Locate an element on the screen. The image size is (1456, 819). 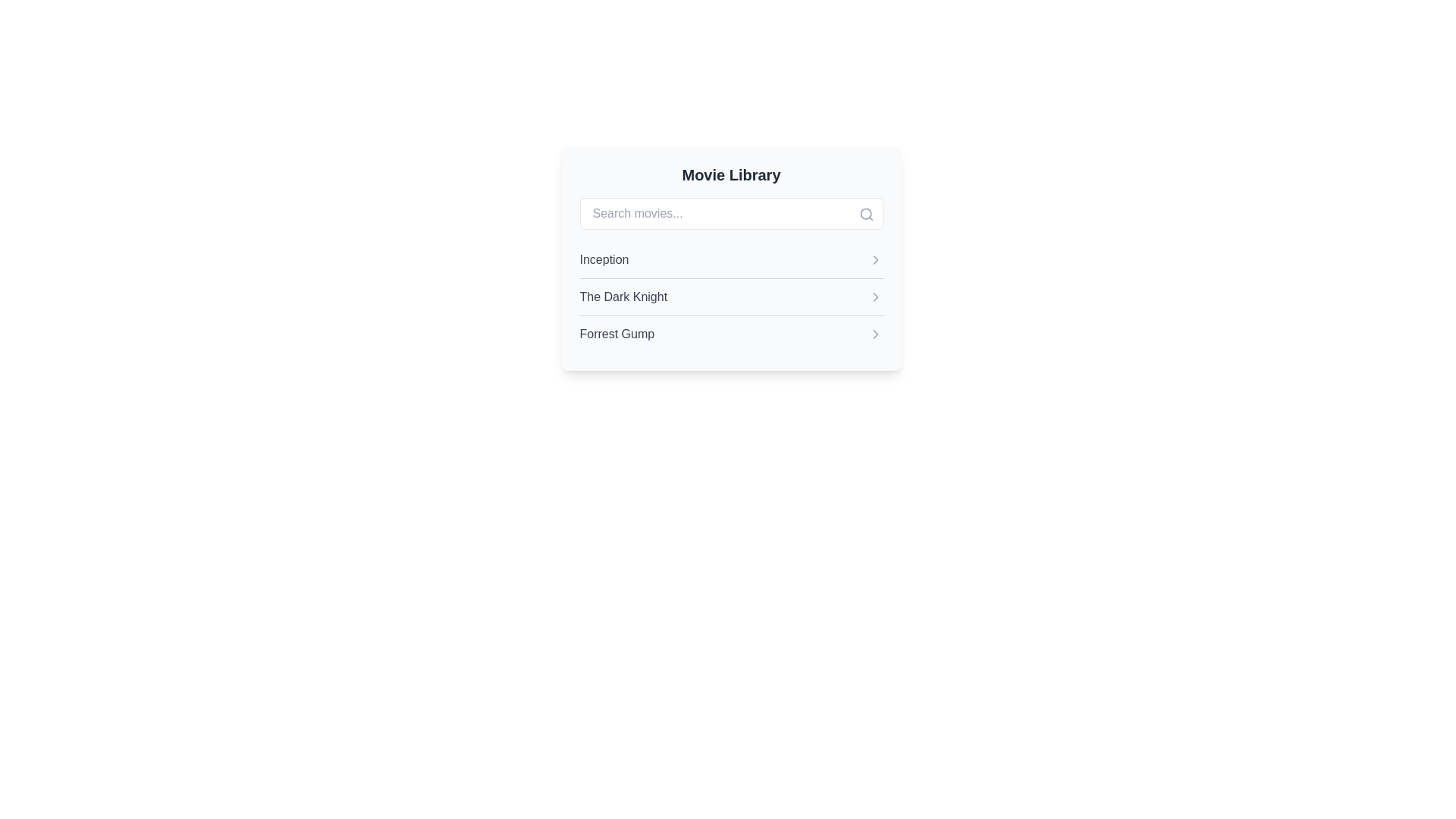
the stylized gray search icon resembling a magnifying glass located at the top-right corner of the search bar is located at coordinates (866, 214).